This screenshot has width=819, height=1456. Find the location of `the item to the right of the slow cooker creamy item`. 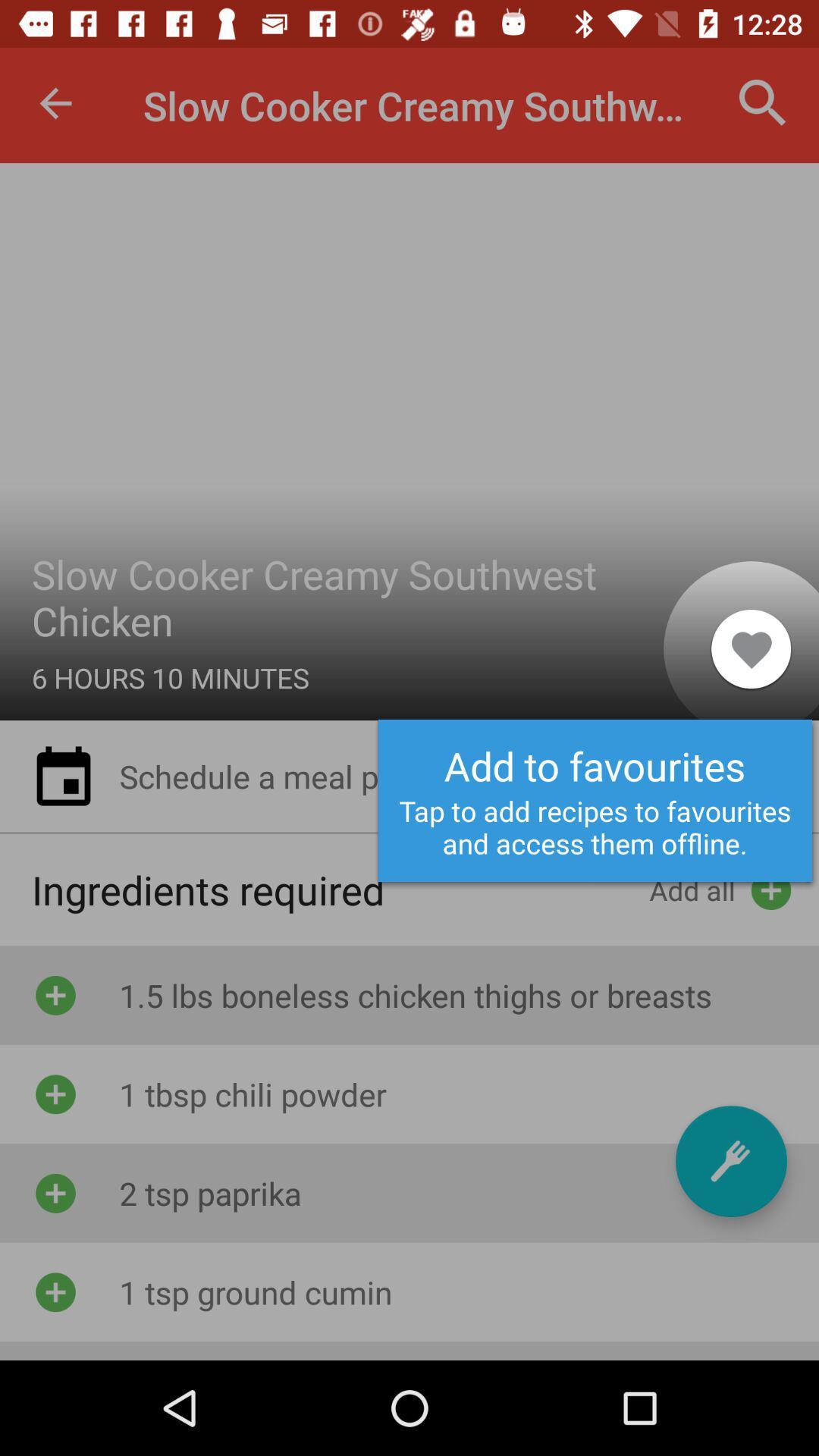

the item to the right of the slow cooker creamy item is located at coordinates (751, 648).